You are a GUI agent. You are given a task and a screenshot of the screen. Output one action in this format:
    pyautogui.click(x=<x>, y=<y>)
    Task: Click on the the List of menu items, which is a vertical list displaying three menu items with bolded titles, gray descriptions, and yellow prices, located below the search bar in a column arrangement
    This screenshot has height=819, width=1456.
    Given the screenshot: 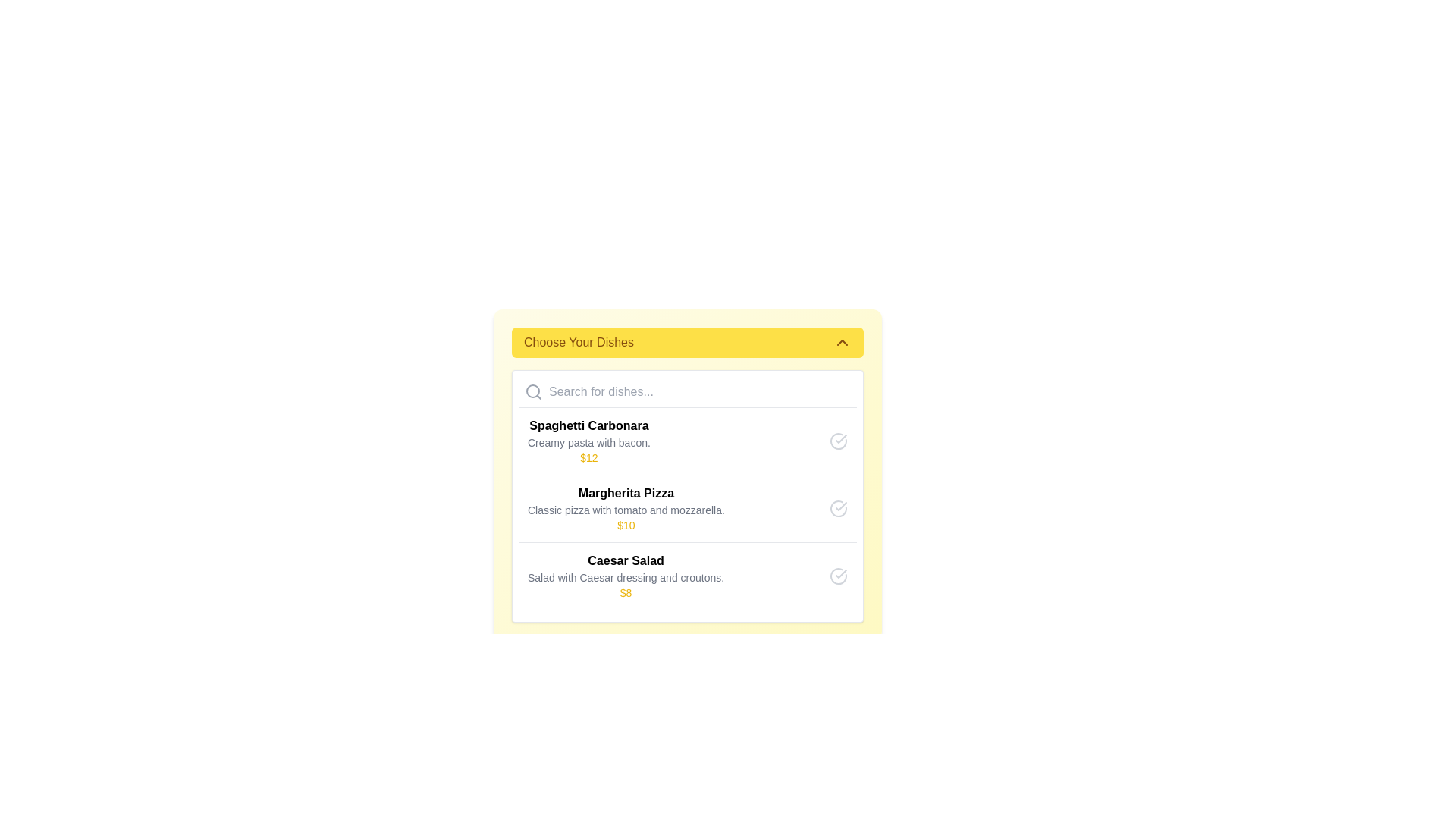 What is the action you would take?
    pyautogui.click(x=687, y=509)
    